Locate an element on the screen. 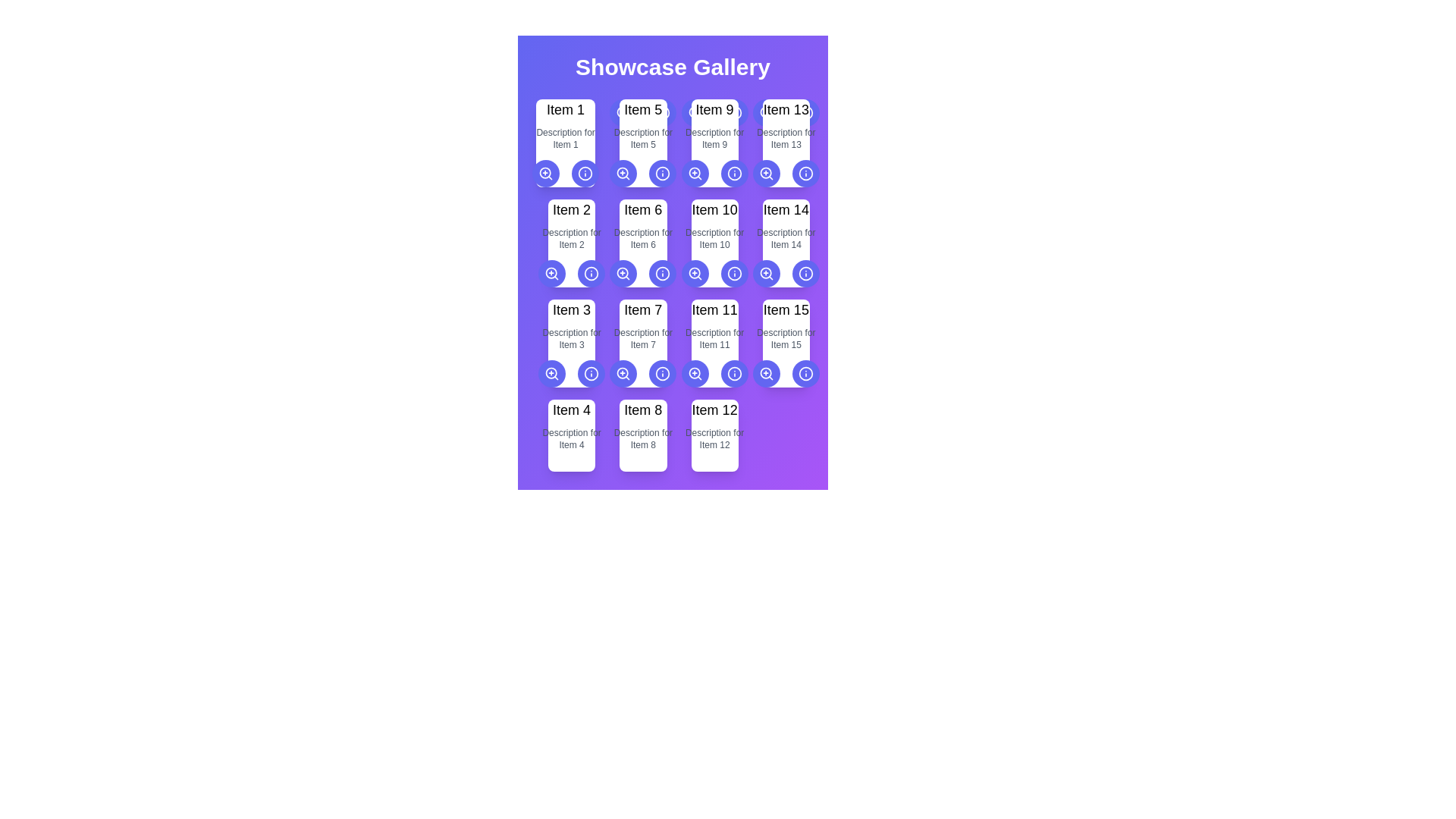  the circular outline icon located at the bottom right of the 'Item 14' card is located at coordinates (805, 274).